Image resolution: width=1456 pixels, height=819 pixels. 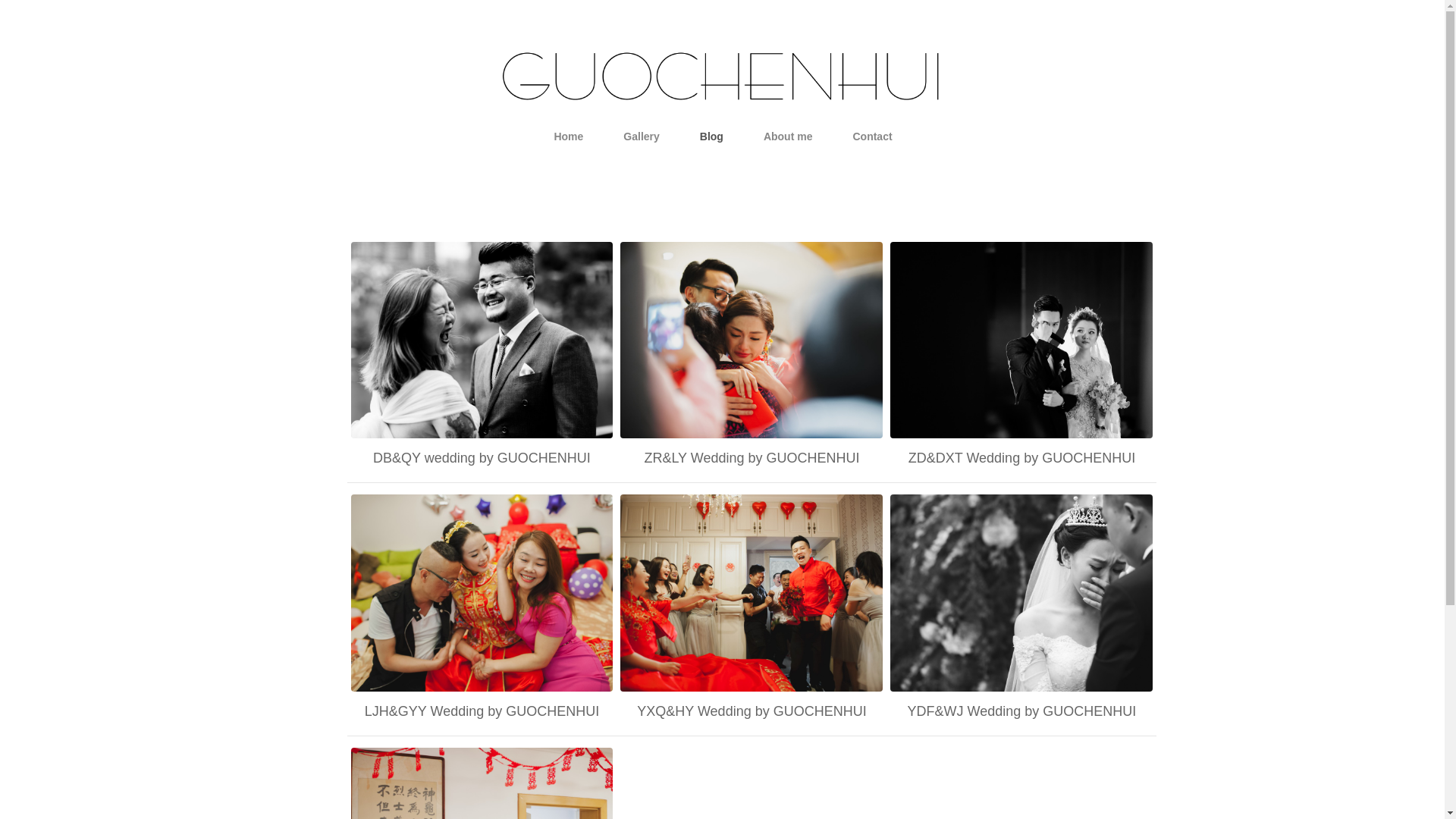 I want to click on 'LJH&GYY Wedding by GUOCHENHUI', so click(x=480, y=711).